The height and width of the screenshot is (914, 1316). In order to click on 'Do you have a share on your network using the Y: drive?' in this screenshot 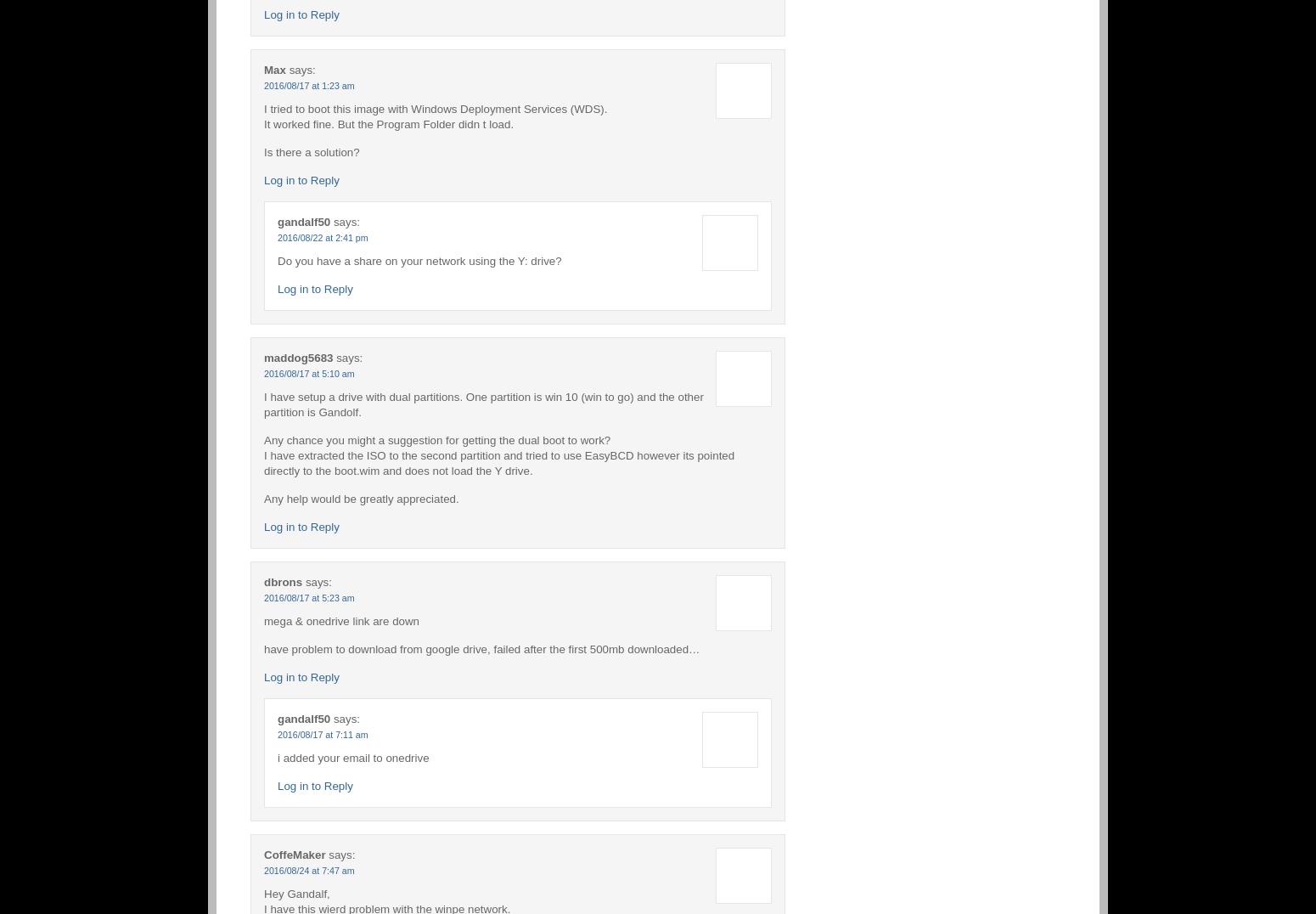, I will do `click(418, 259)`.